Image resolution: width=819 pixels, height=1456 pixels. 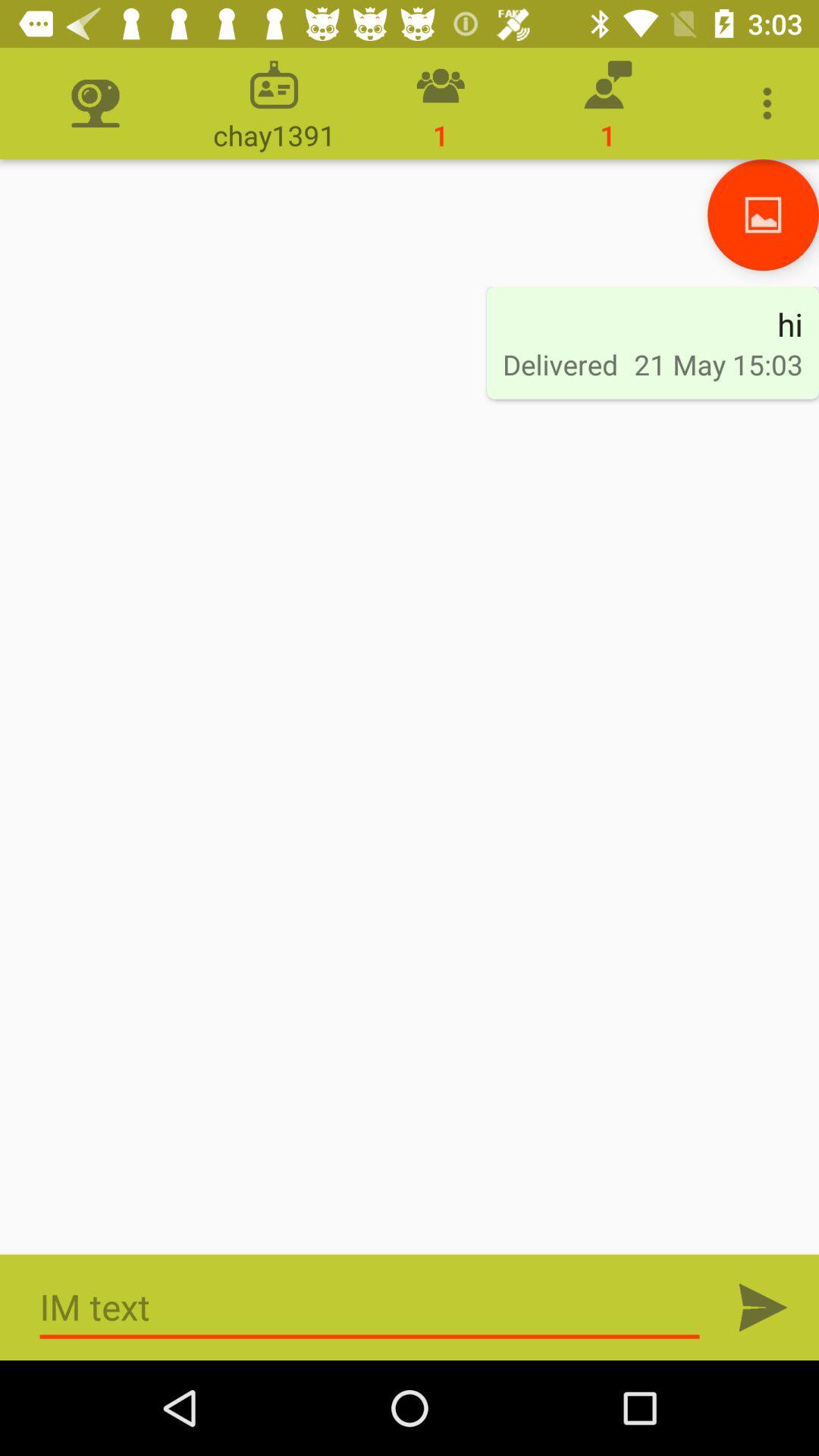 I want to click on previous, so click(x=763, y=214).